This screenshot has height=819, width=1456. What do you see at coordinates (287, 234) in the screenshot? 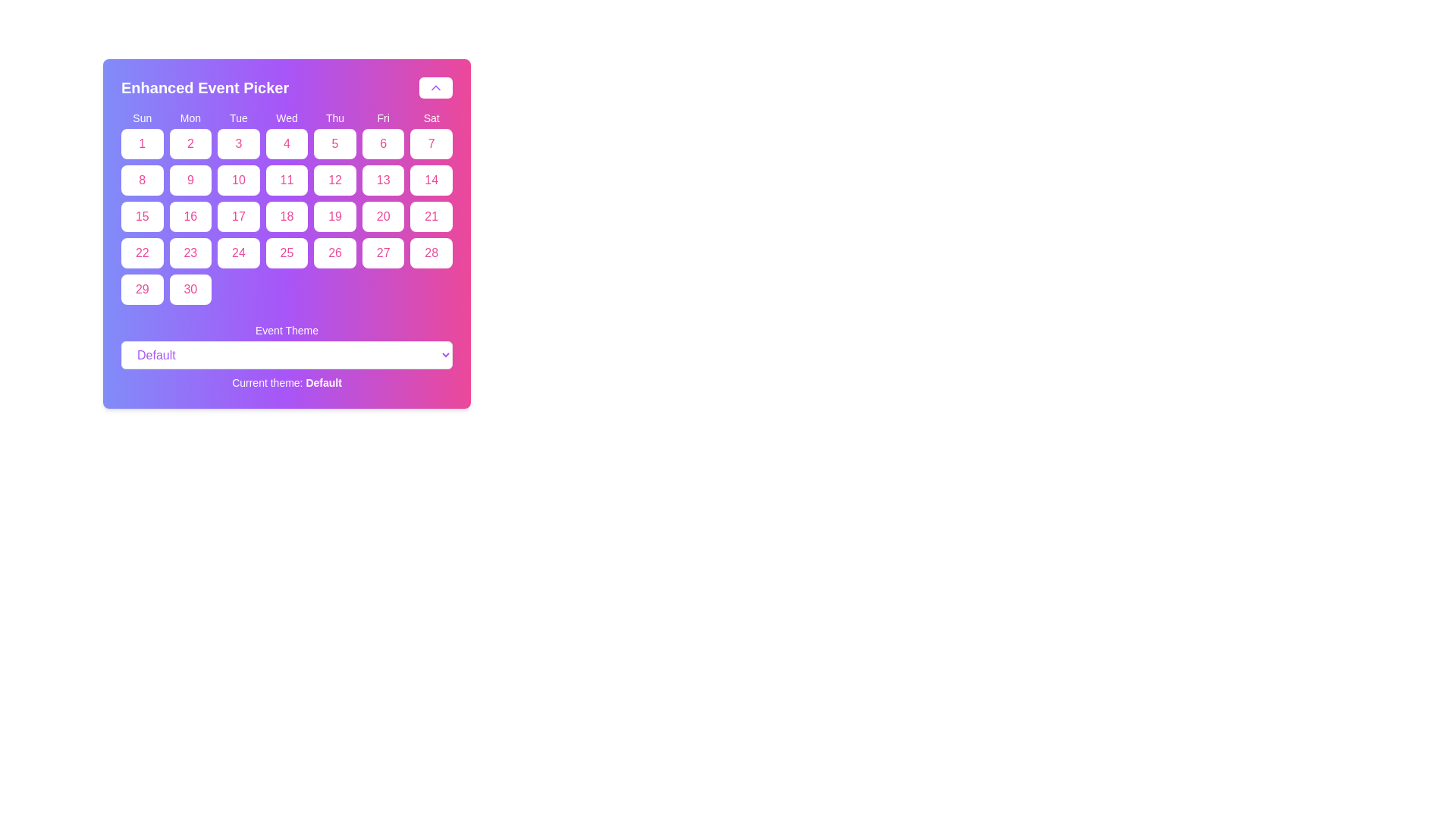
I see `the date in the calendar component with a gradient background` at bounding box center [287, 234].